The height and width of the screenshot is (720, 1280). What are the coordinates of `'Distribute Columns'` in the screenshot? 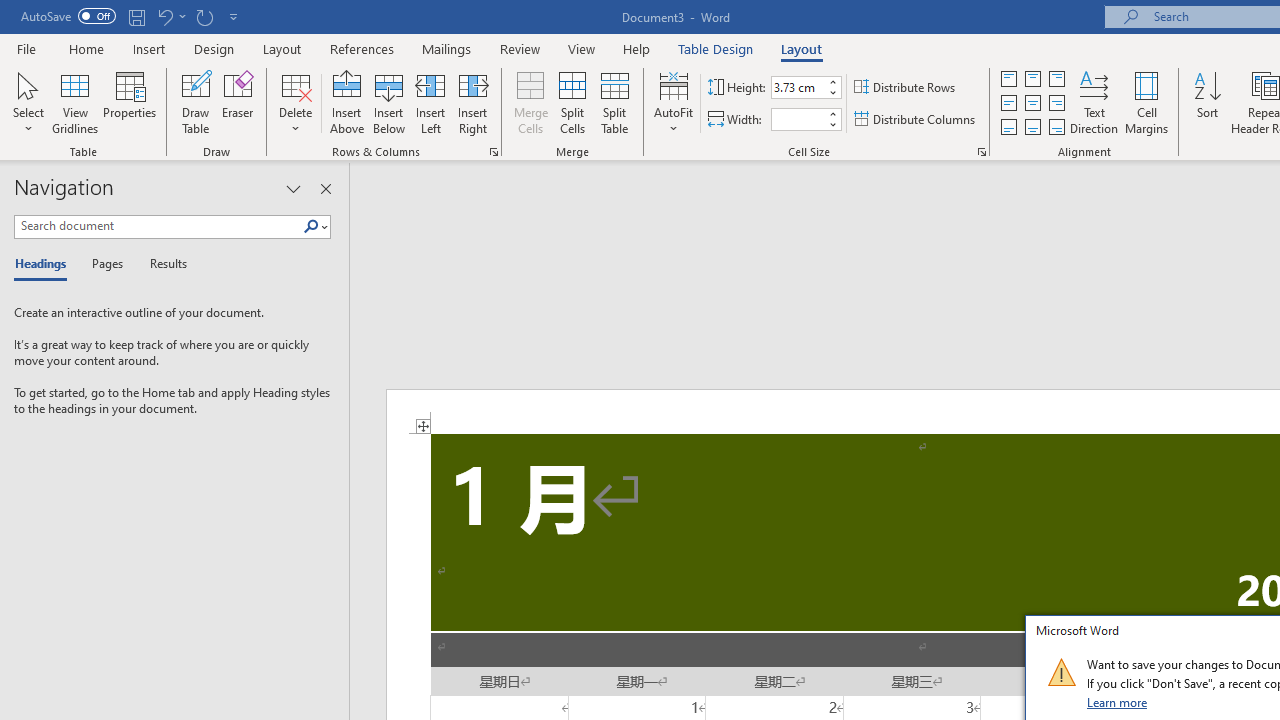 It's located at (915, 119).